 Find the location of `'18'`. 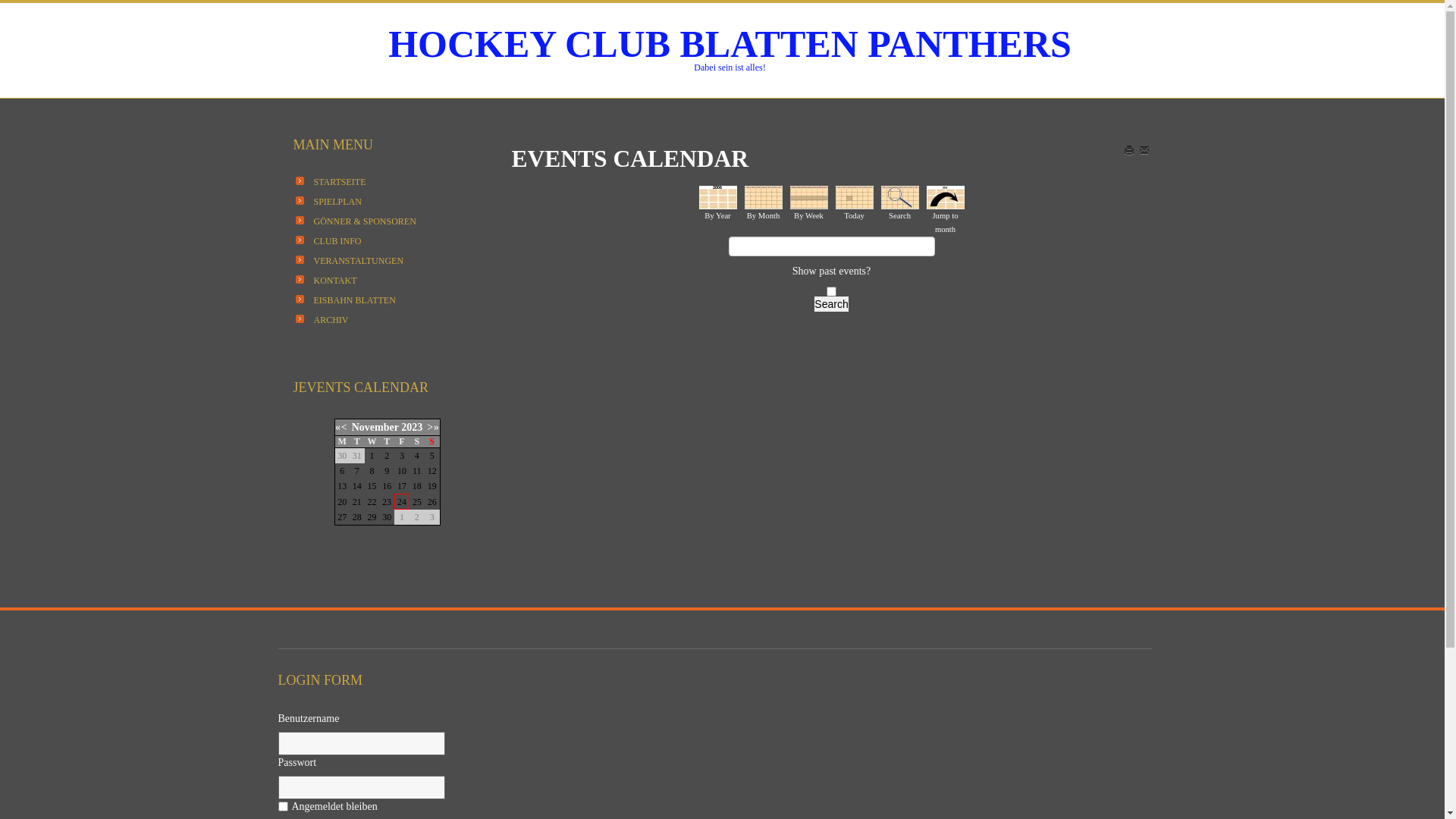

'18' is located at coordinates (417, 485).